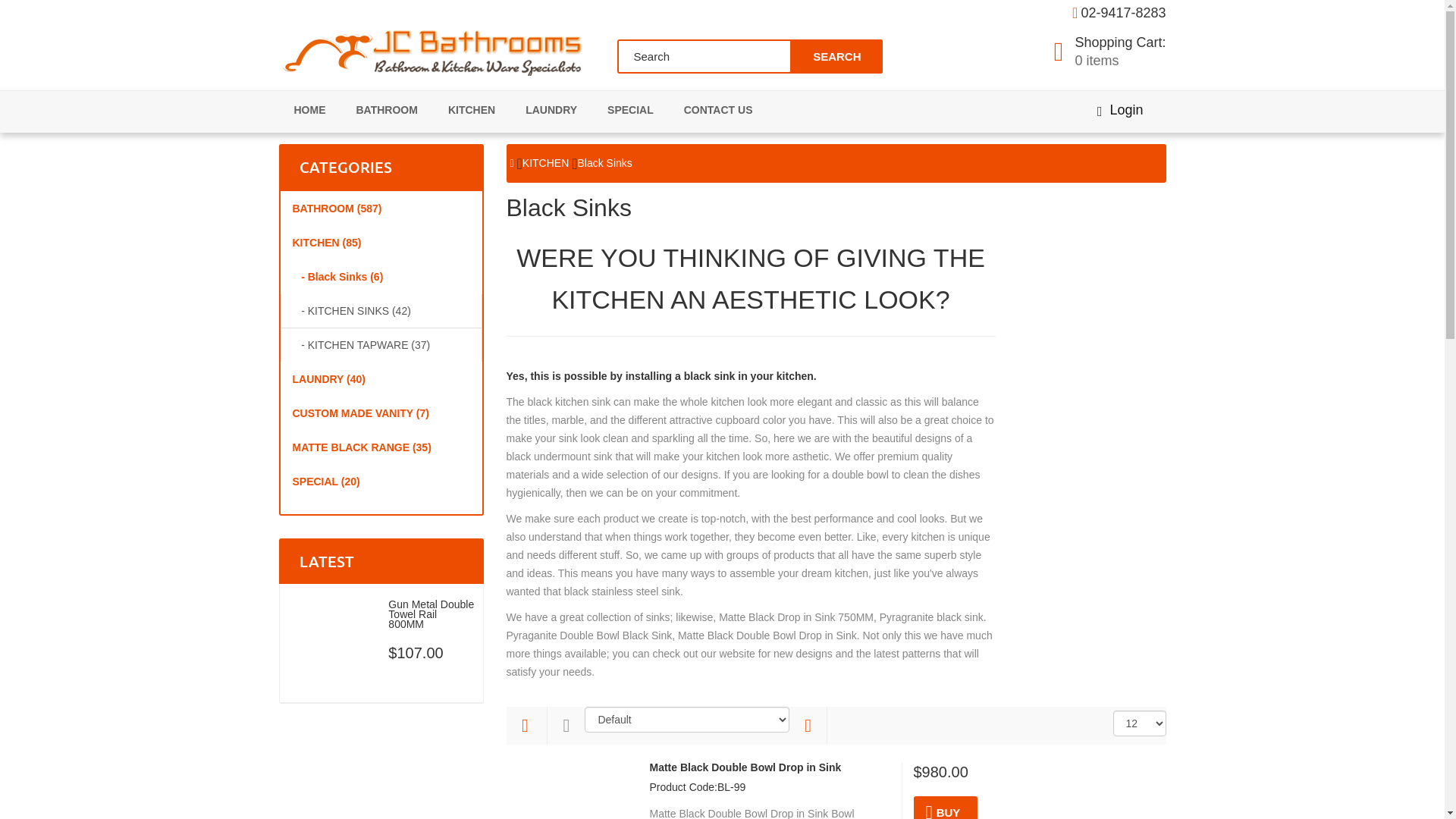  What do you see at coordinates (387, 109) in the screenshot?
I see `'BATHROOM'` at bounding box center [387, 109].